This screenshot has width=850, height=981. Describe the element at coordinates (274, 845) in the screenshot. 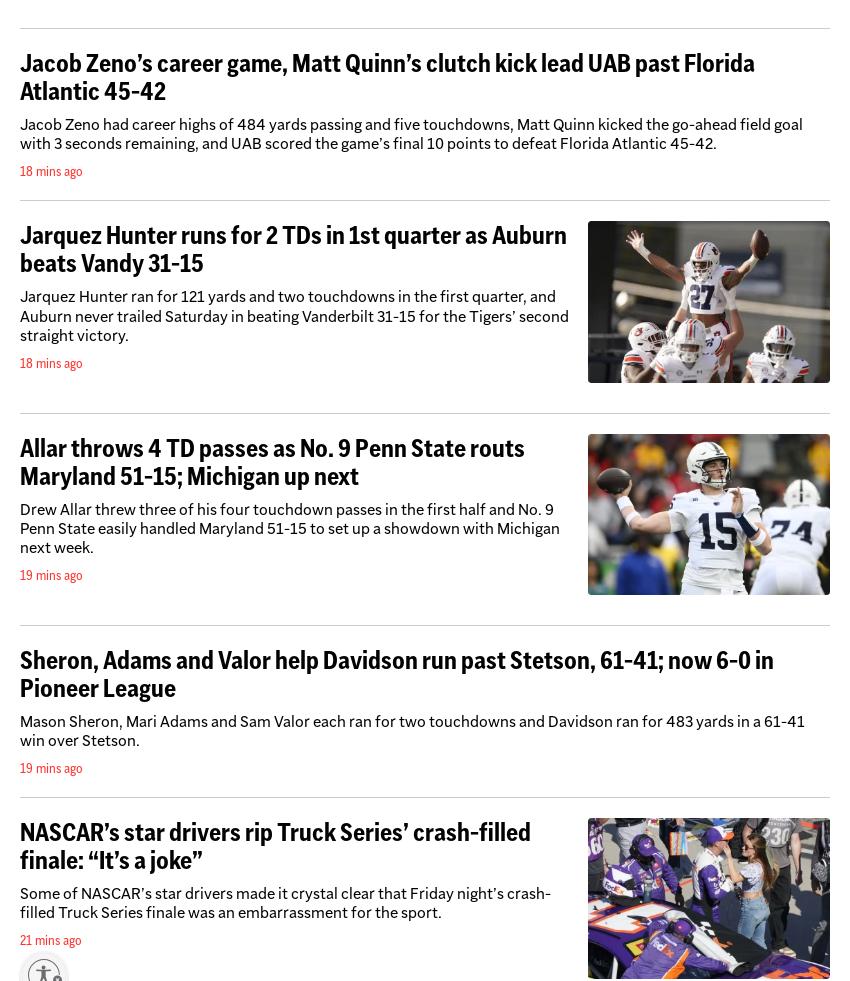

I see `'NASCAR’s star drivers rip Truck Series’ crash-filled finale: “It’s a joke”'` at that location.